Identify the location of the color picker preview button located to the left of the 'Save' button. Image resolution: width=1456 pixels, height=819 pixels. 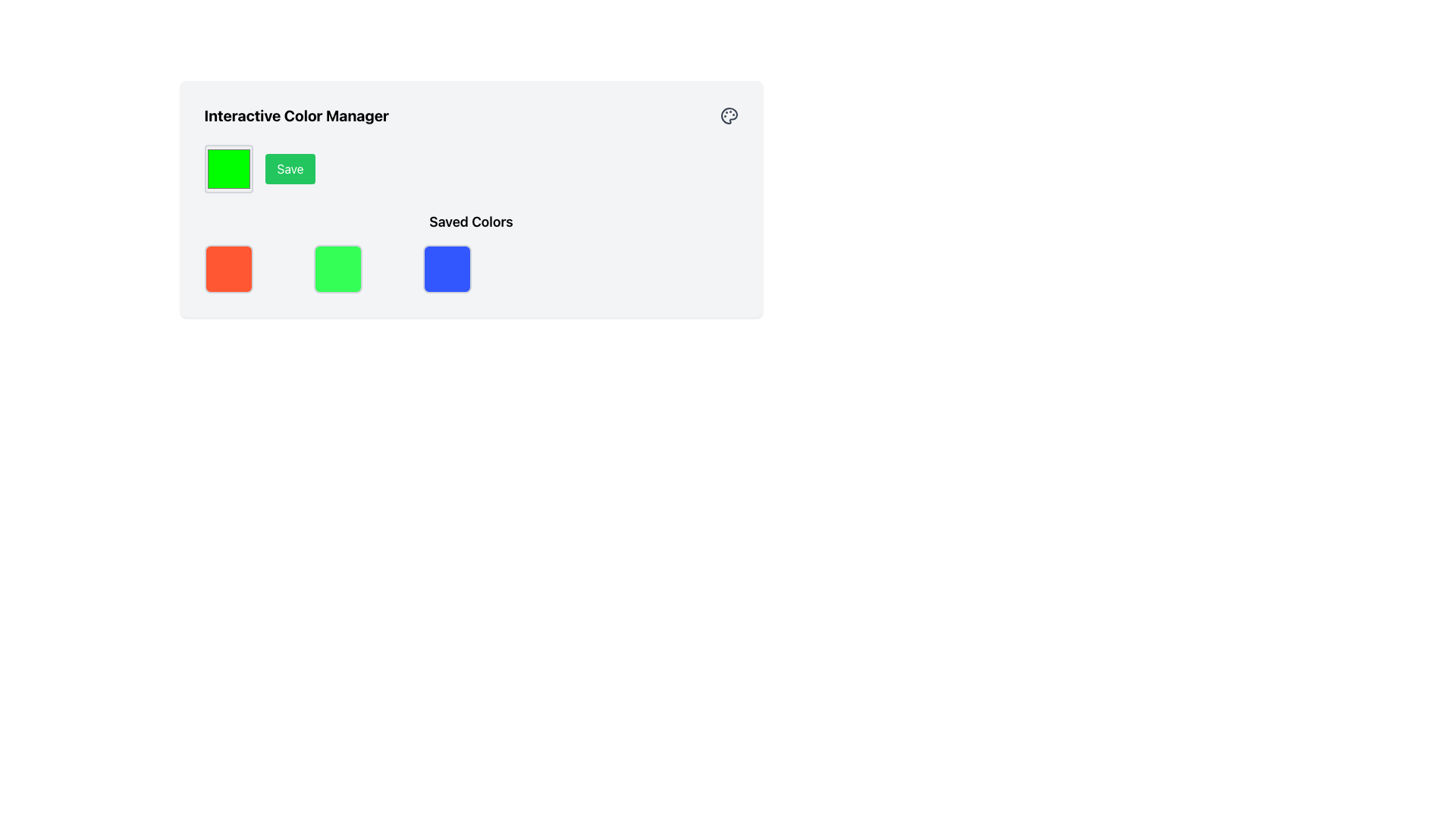
(227, 169).